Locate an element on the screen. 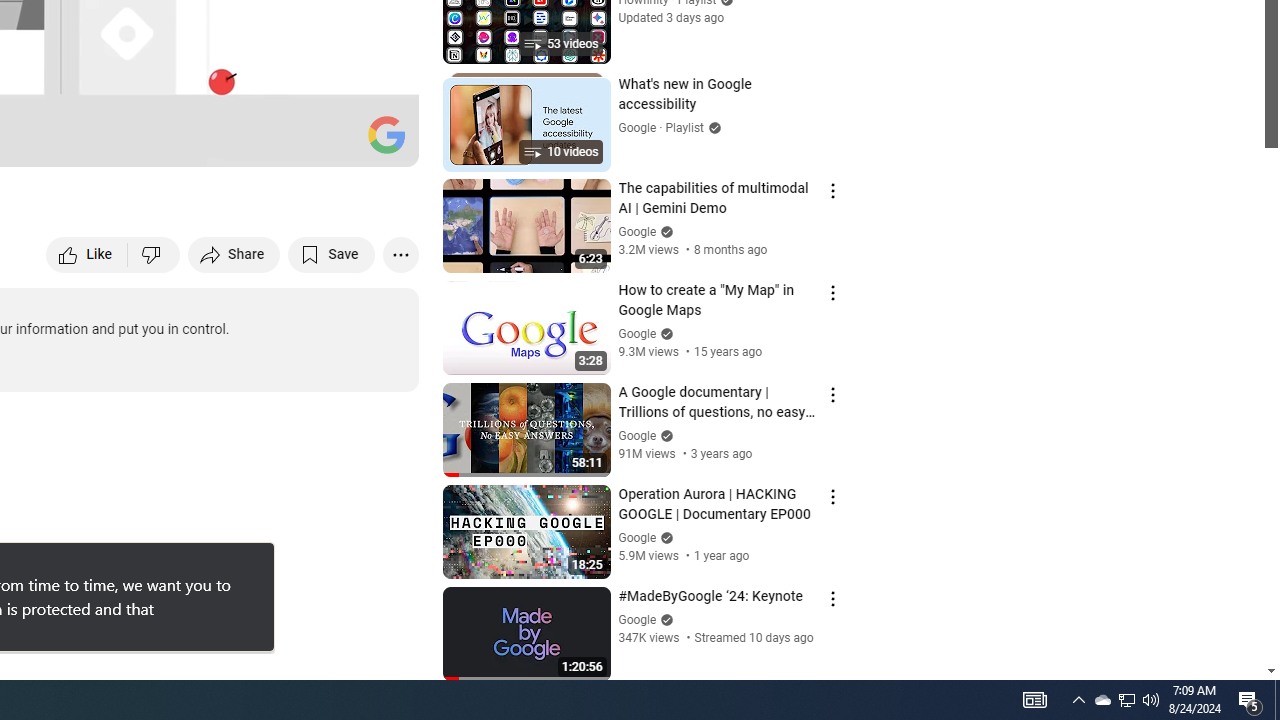 The image size is (1280, 720). 'Subtitles/closed captions unavailable' is located at coordinates (190, 141).